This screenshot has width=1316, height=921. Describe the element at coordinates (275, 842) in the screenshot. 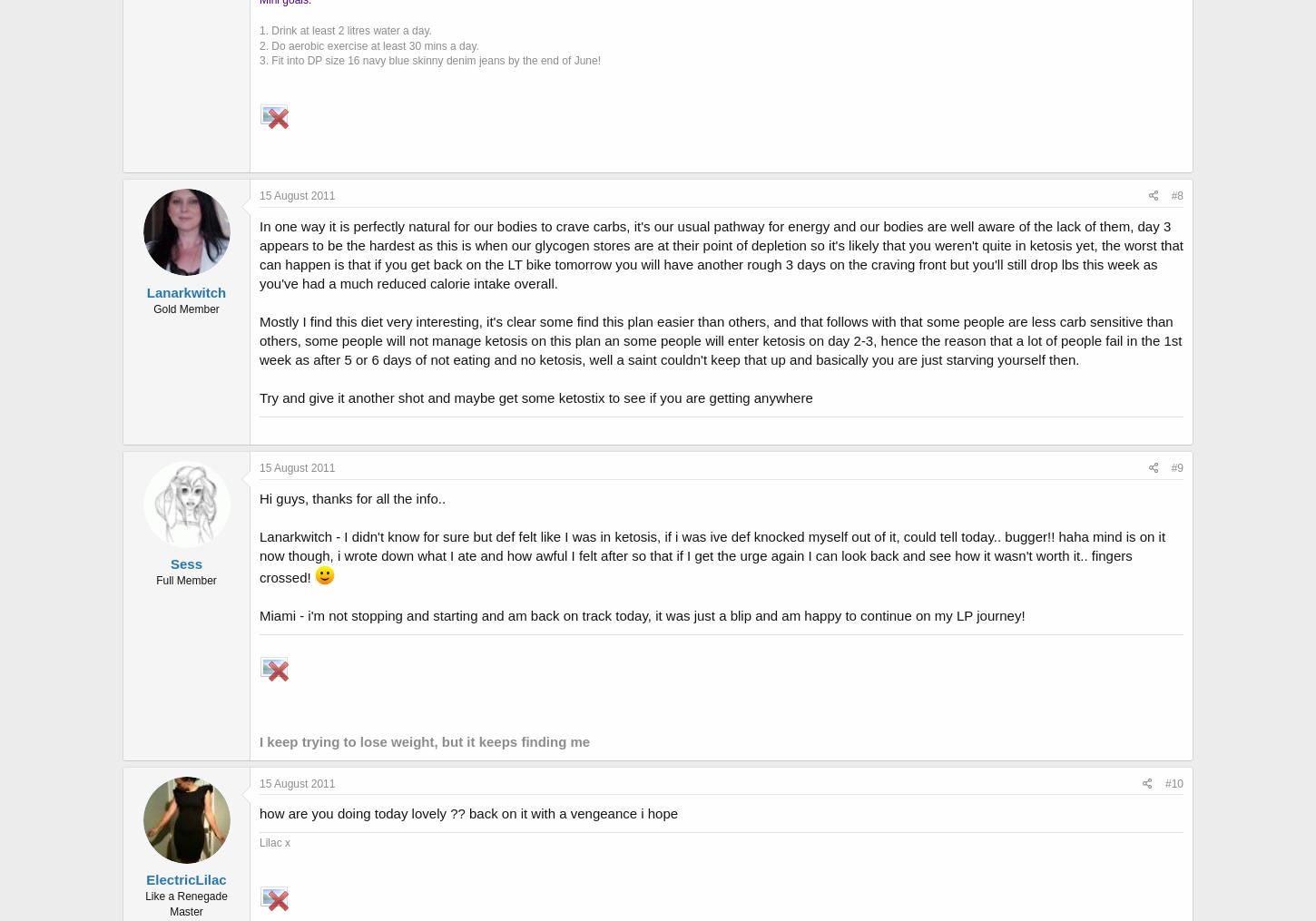

I see `'Lilac x'` at that location.